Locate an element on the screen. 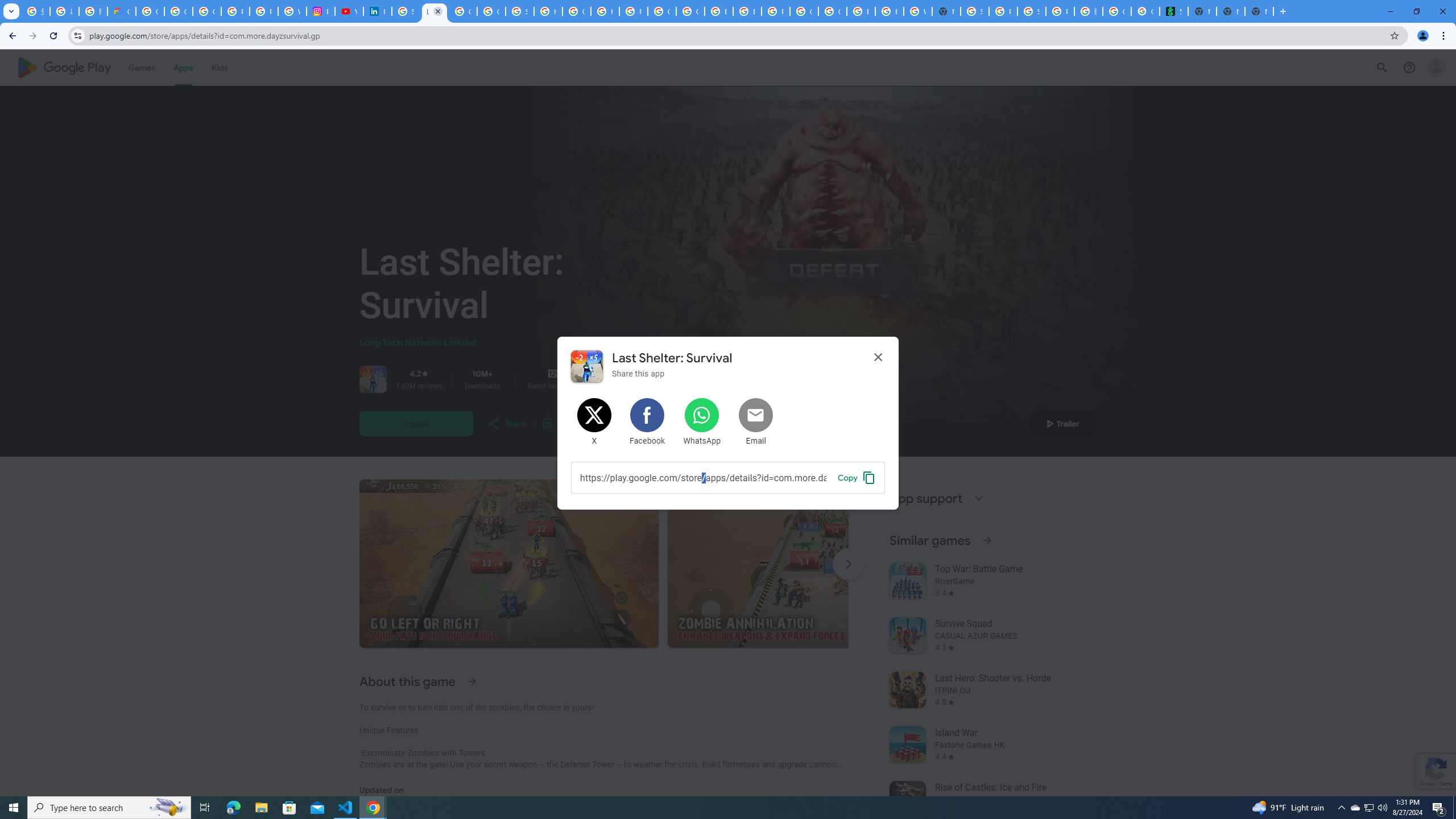 The height and width of the screenshot is (819, 1456). 'Copy link to clipboard' is located at coordinates (856, 477).